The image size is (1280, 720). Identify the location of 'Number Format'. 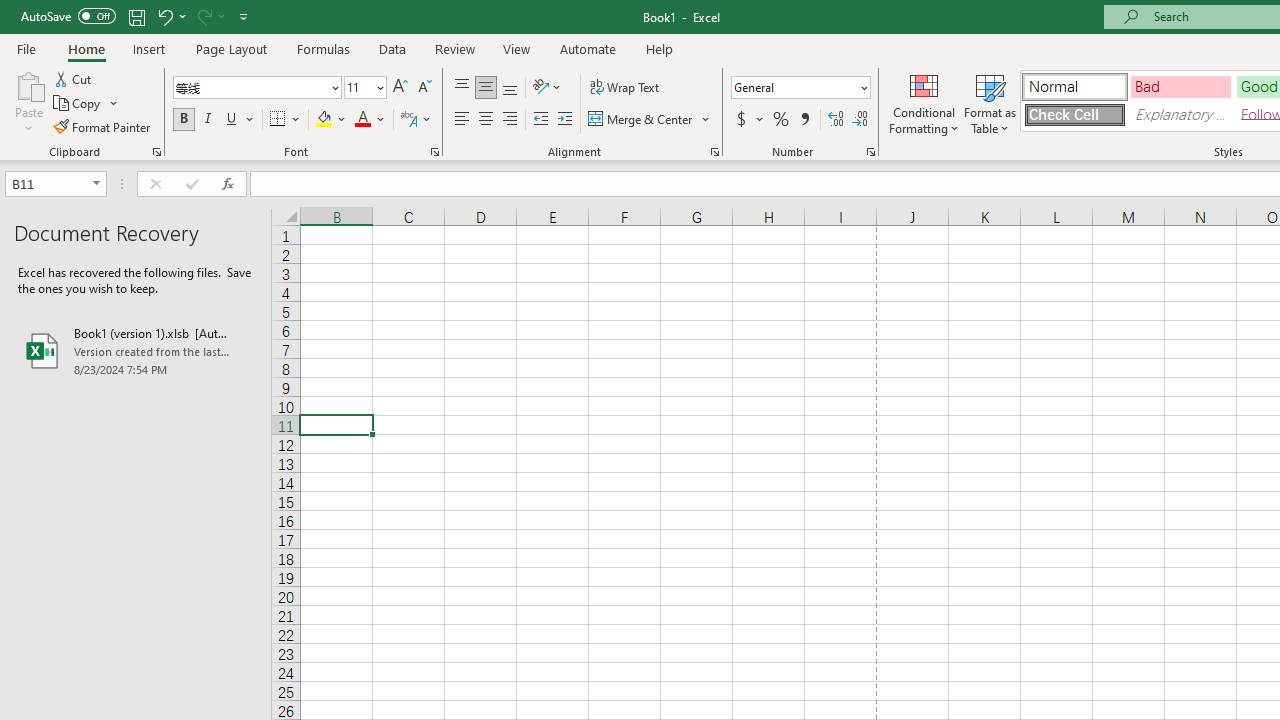
(800, 86).